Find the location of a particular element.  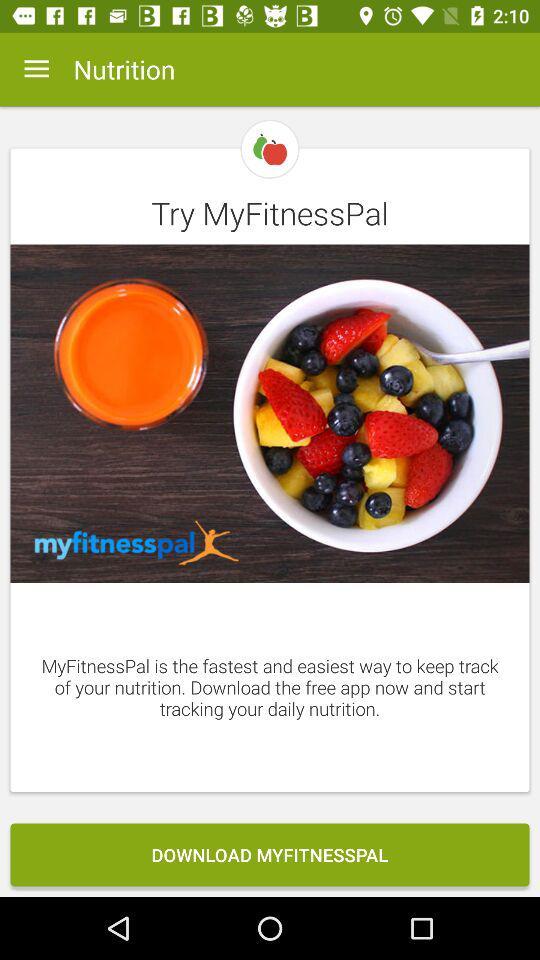

icon at the top left corner is located at coordinates (36, 69).